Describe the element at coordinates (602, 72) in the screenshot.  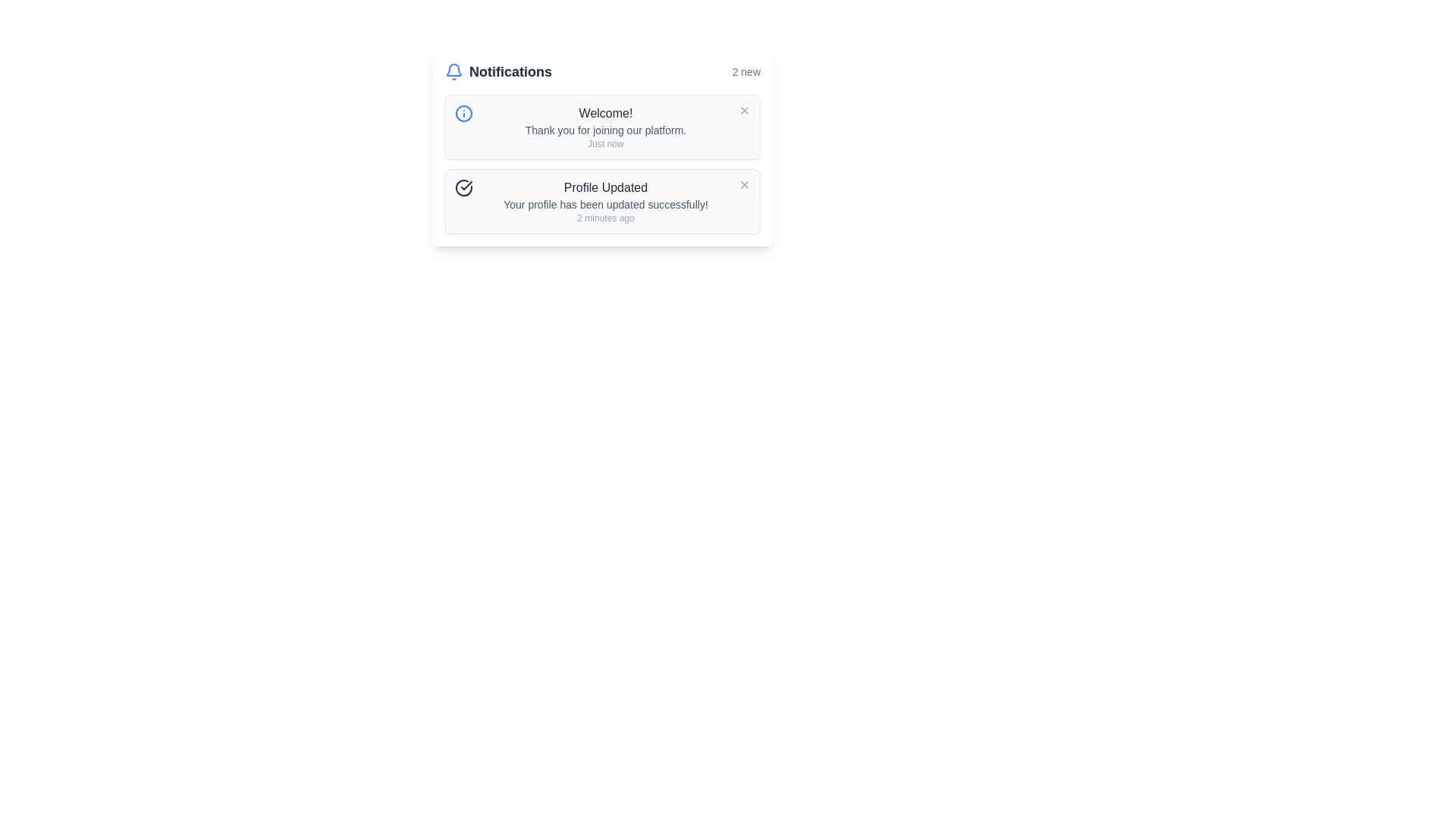
I see `the title and details of the notifications section, which is represented by the text header with an icon positioned at the top of the notification card` at that location.